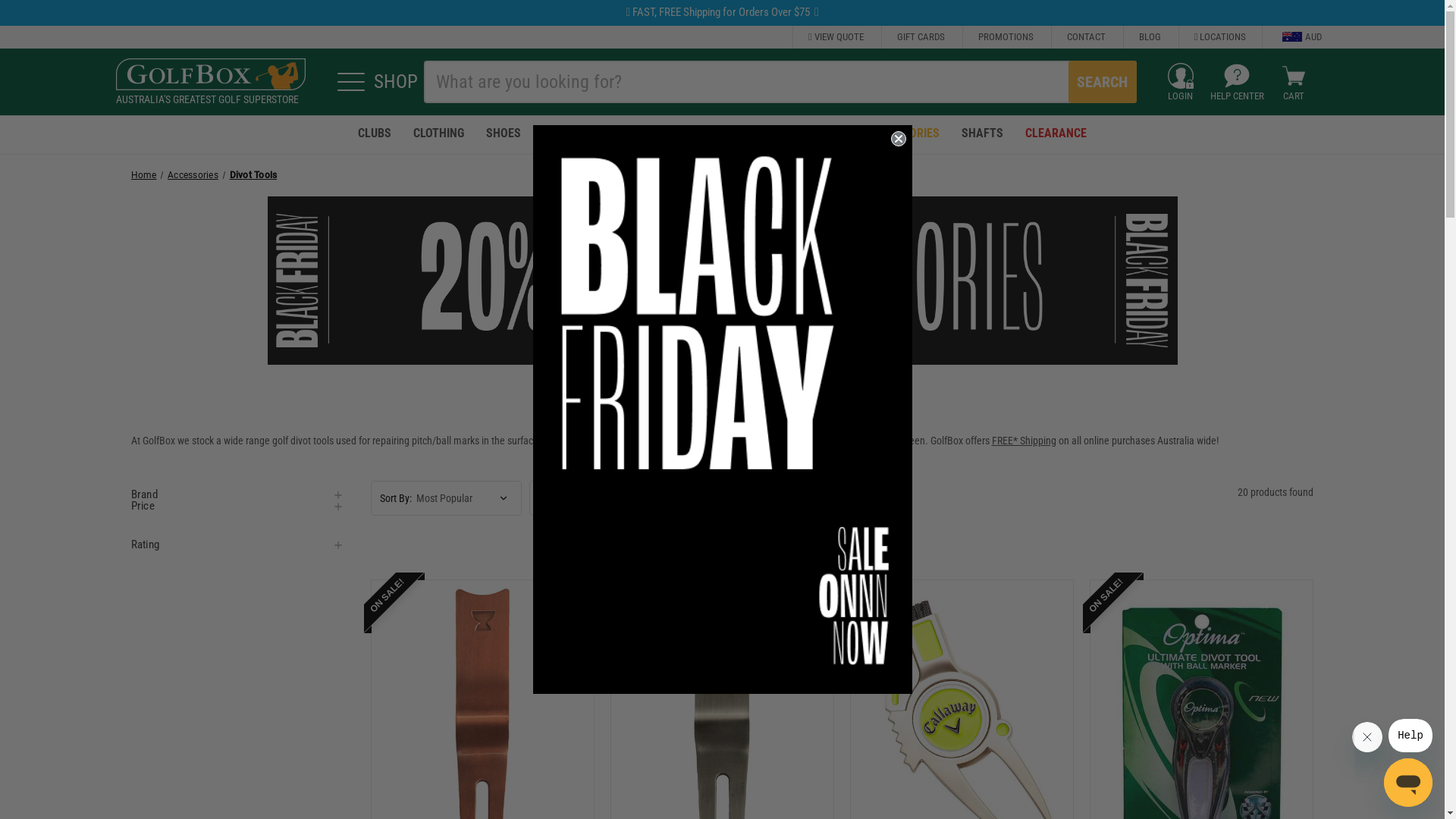 This screenshot has width=1456, height=819. What do you see at coordinates (638, 133) in the screenshot?
I see `'BUGGIES'` at bounding box center [638, 133].